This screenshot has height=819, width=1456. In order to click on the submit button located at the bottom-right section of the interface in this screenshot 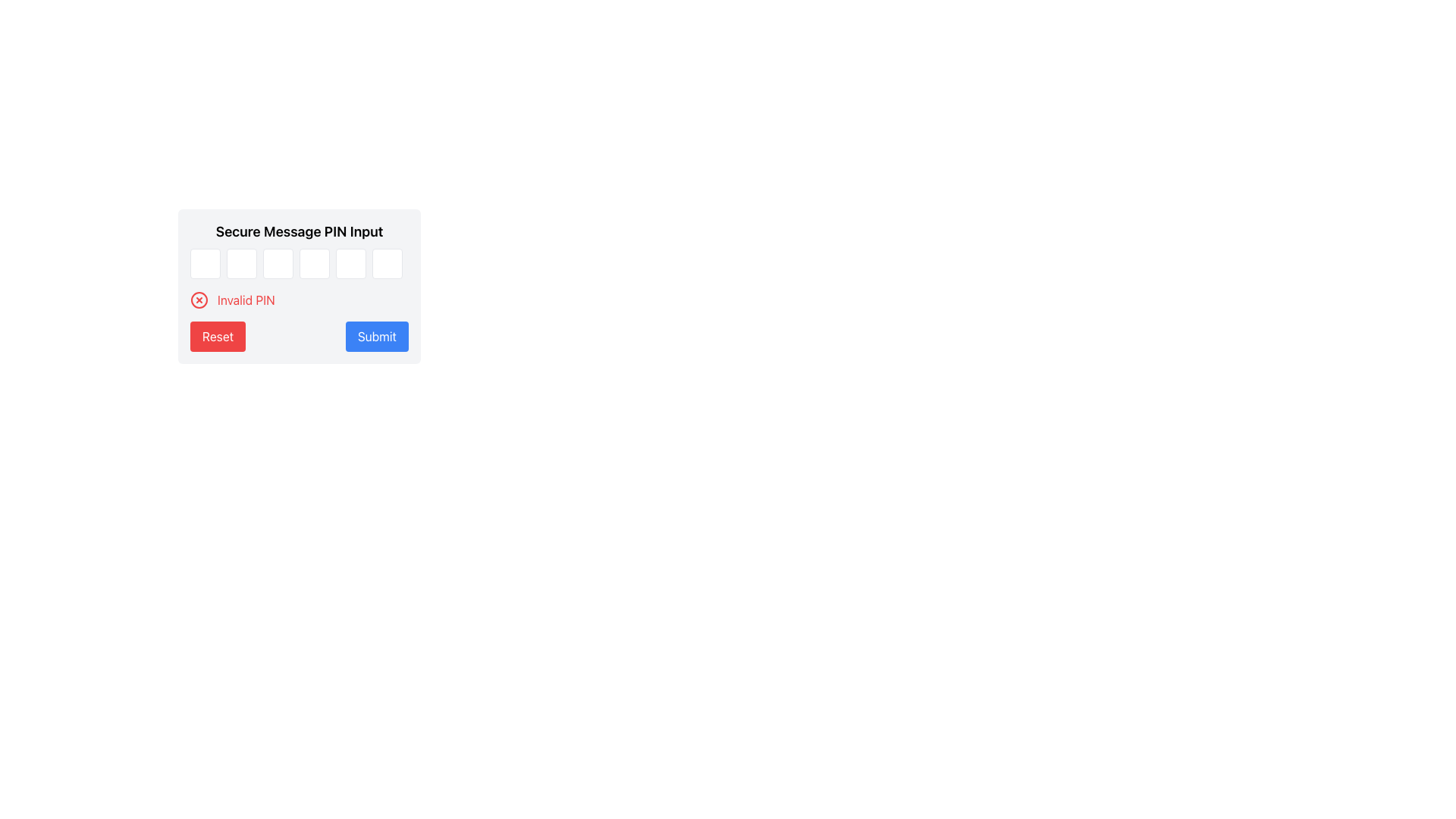, I will do `click(377, 335)`.